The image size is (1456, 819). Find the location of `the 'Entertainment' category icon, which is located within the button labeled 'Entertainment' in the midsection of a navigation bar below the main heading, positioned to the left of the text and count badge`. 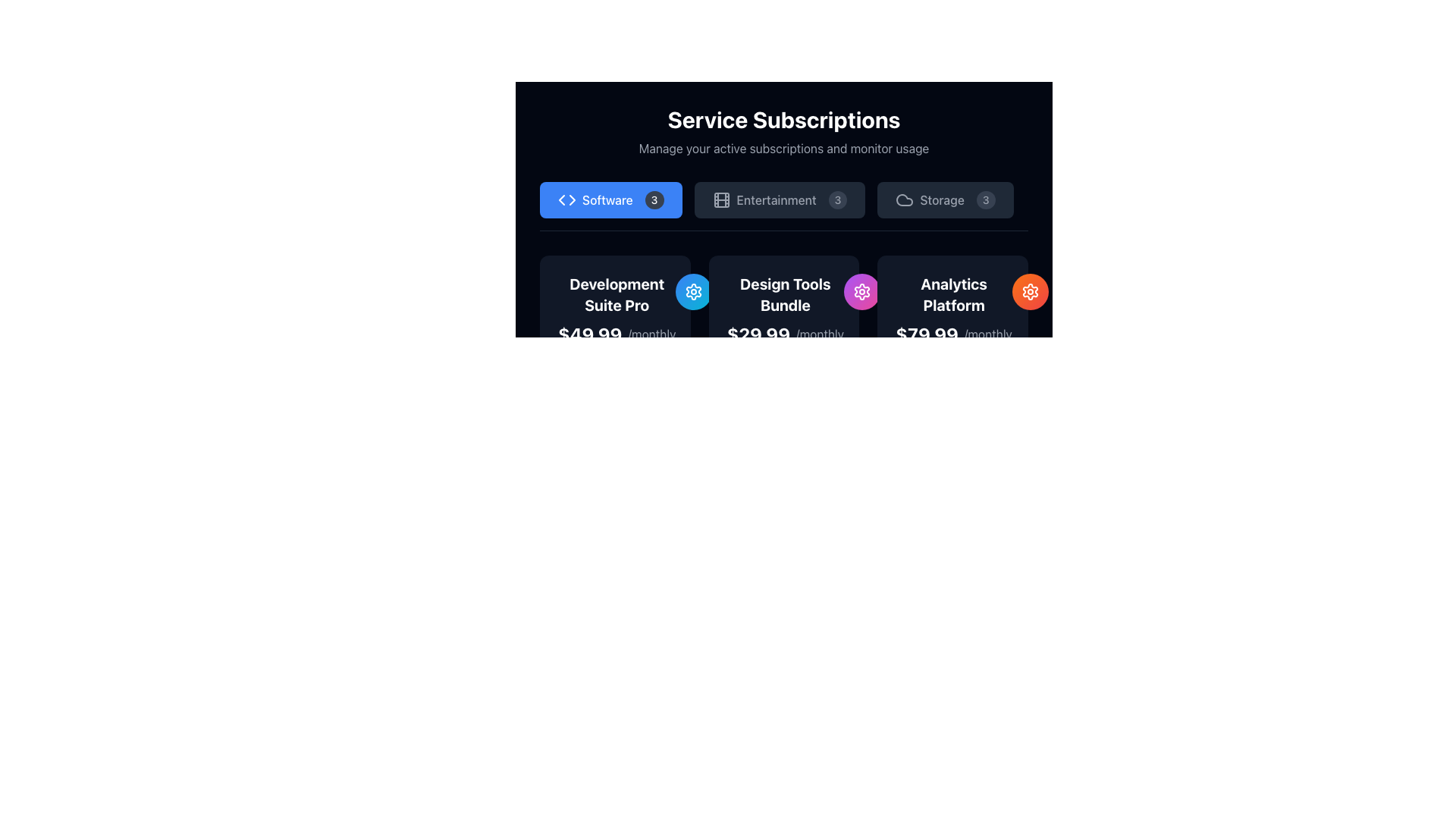

the 'Entertainment' category icon, which is located within the button labeled 'Entertainment' in the midsection of a navigation bar below the main heading, positioned to the left of the text and count badge is located at coordinates (720, 199).